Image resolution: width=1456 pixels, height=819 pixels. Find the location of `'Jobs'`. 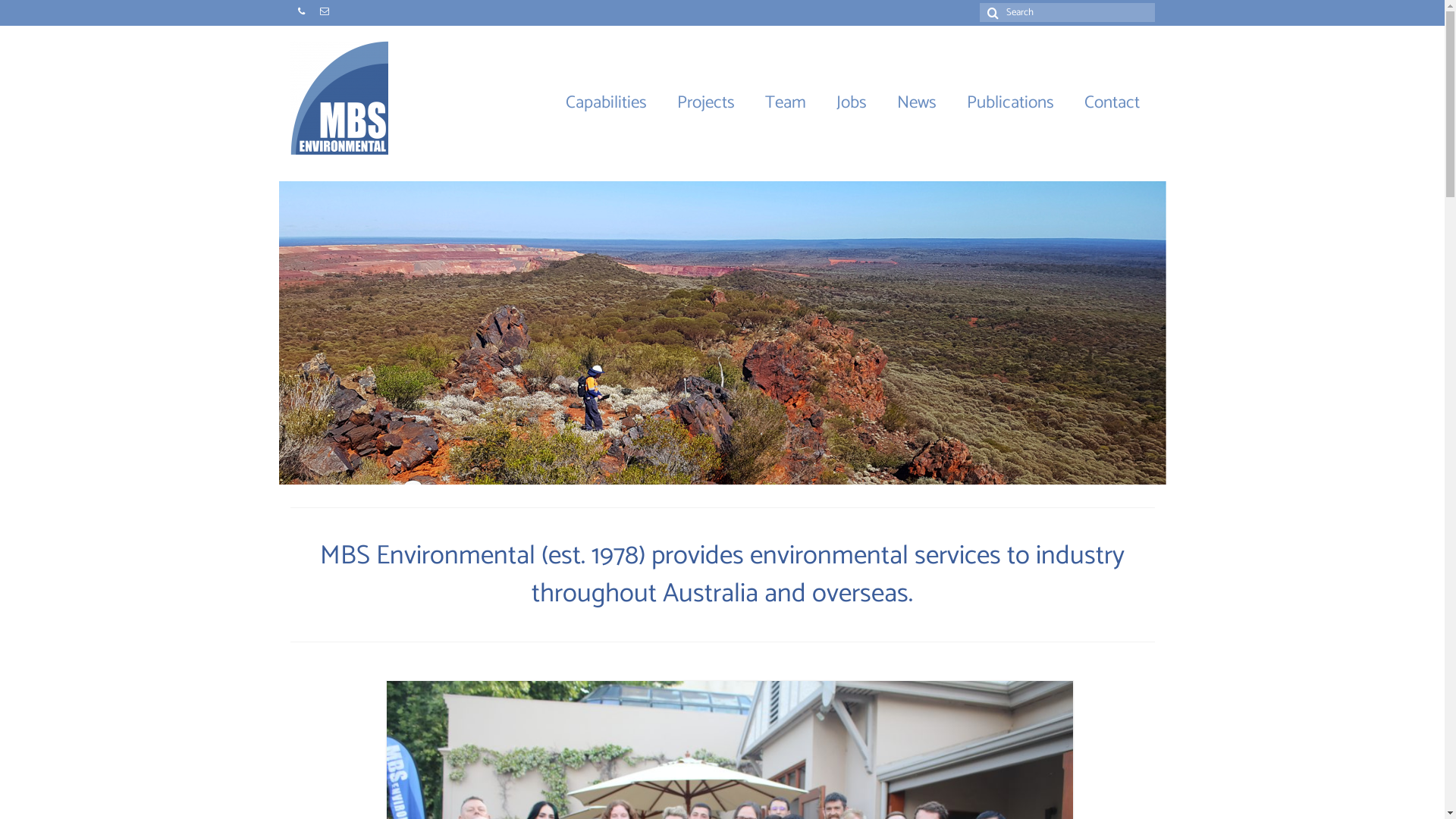

'Jobs' is located at coordinates (851, 102).